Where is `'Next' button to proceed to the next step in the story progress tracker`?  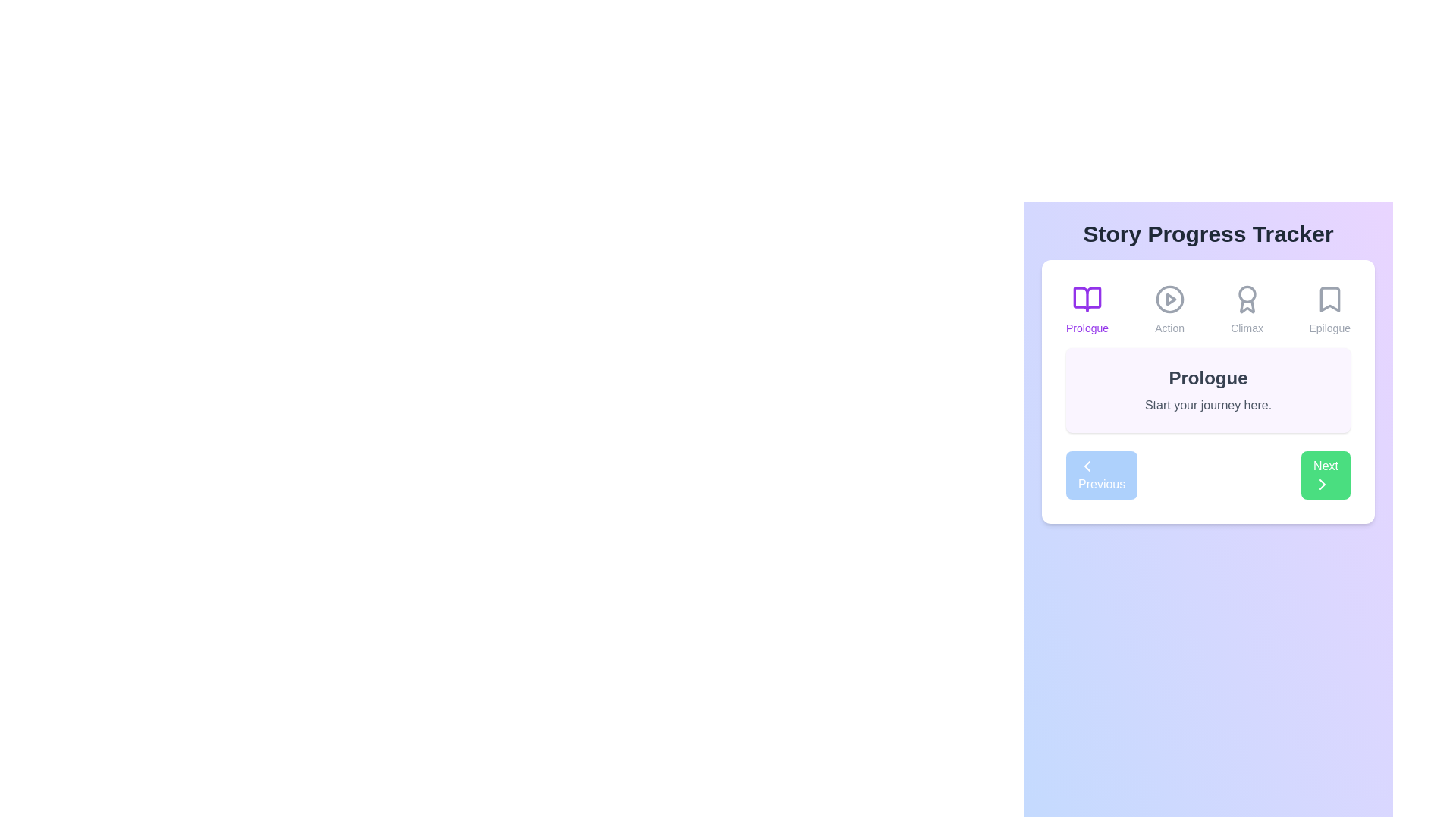 'Next' button to proceed to the next step in the story progress tracker is located at coordinates (1325, 475).